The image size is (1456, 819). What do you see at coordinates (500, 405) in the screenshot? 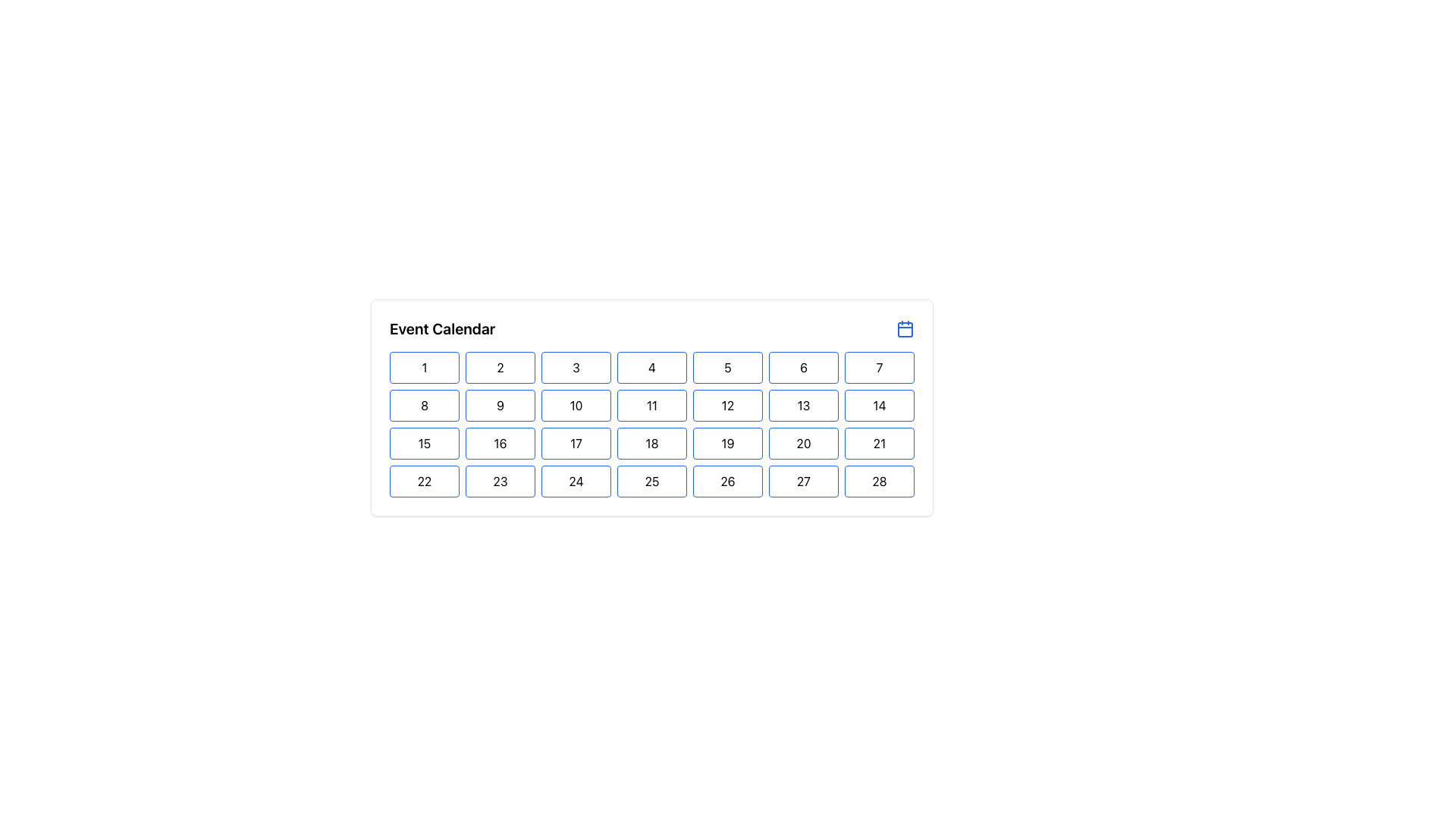
I see `the rectangular button with rounded corners and a thin blue border that has the number '9' centered inside` at bounding box center [500, 405].